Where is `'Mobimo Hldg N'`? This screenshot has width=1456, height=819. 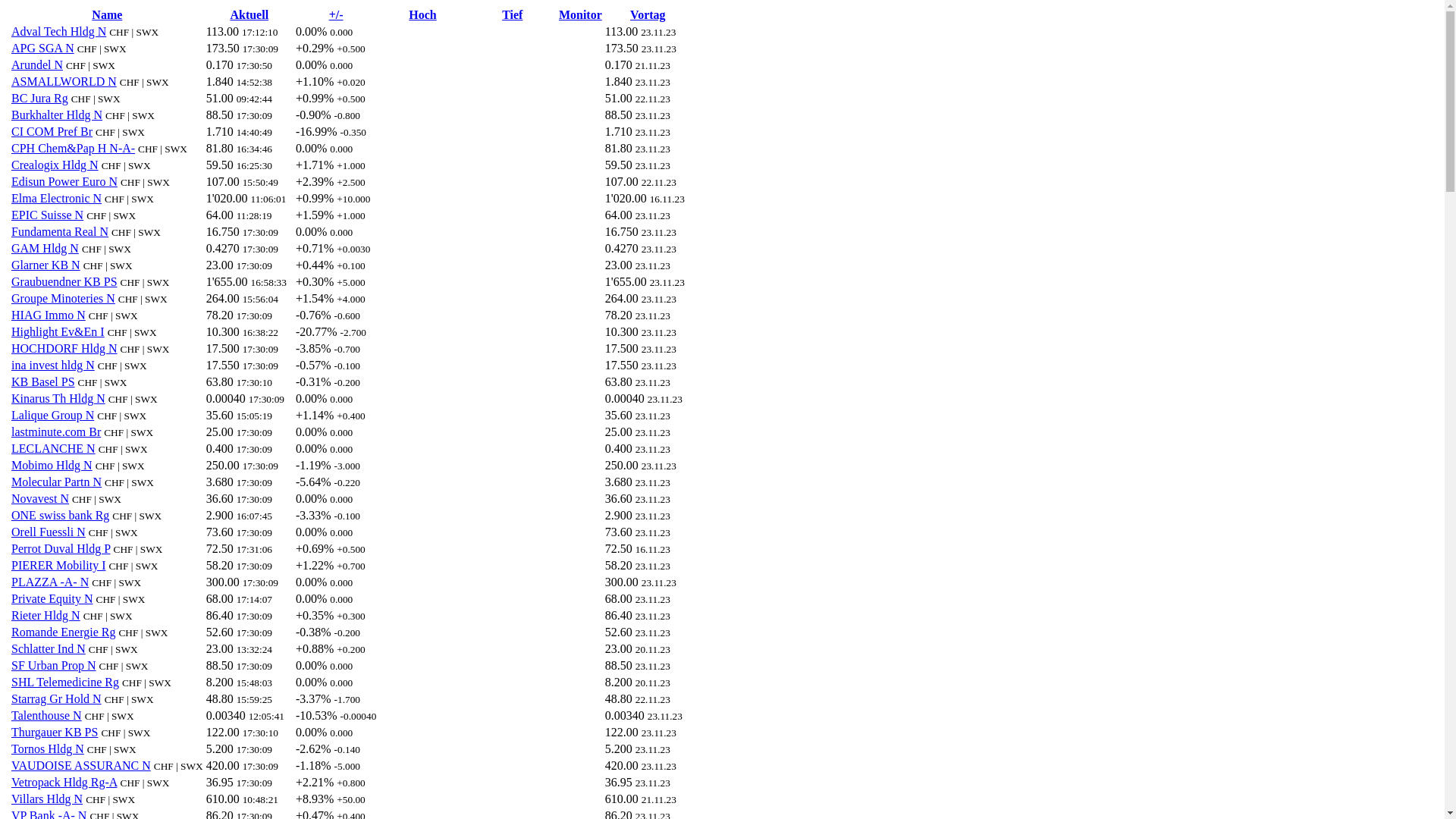
'Mobimo Hldg N' is located at coordinates (52, 464).